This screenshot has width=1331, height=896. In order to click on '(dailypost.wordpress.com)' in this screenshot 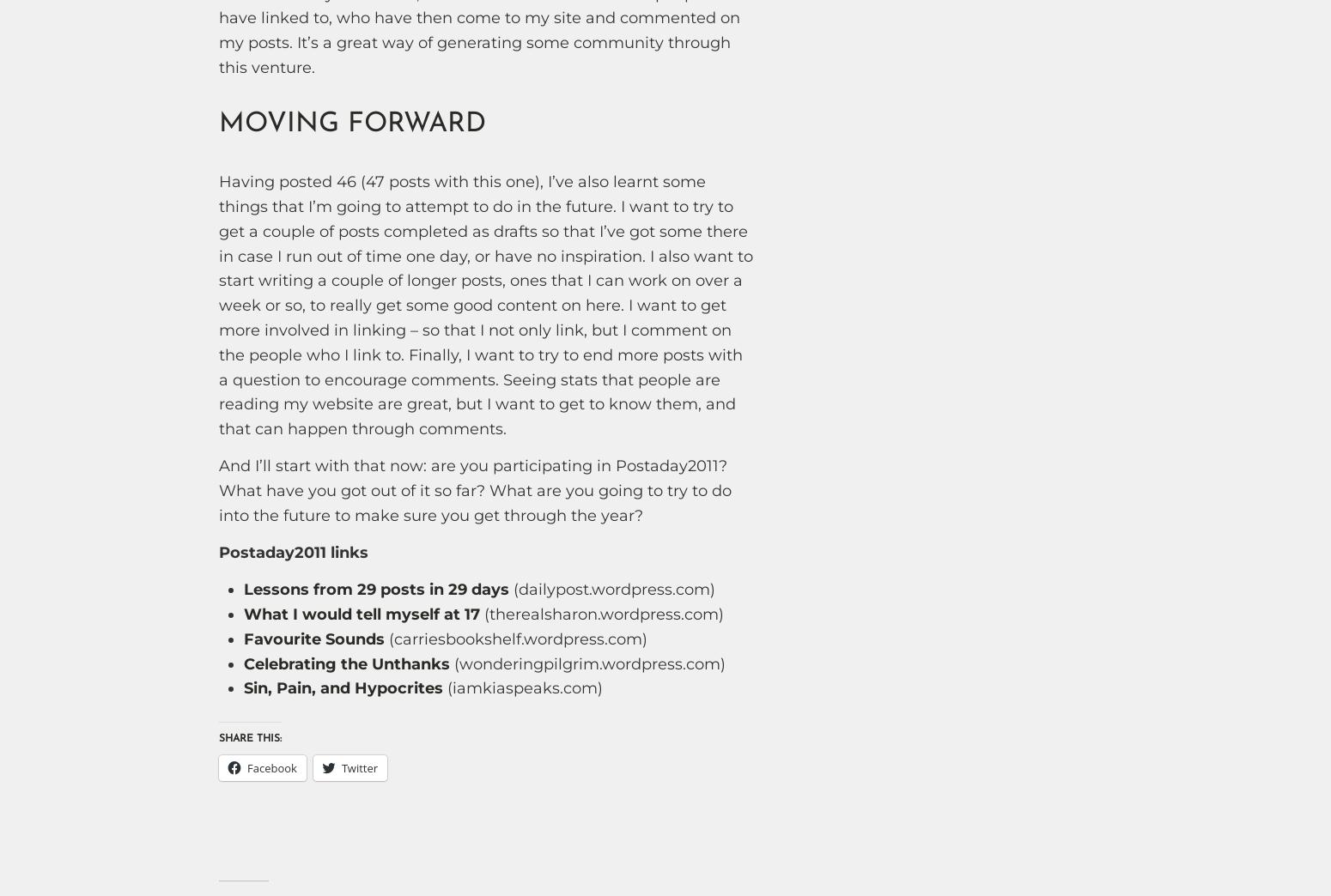, I will do `click(611, 589)`.